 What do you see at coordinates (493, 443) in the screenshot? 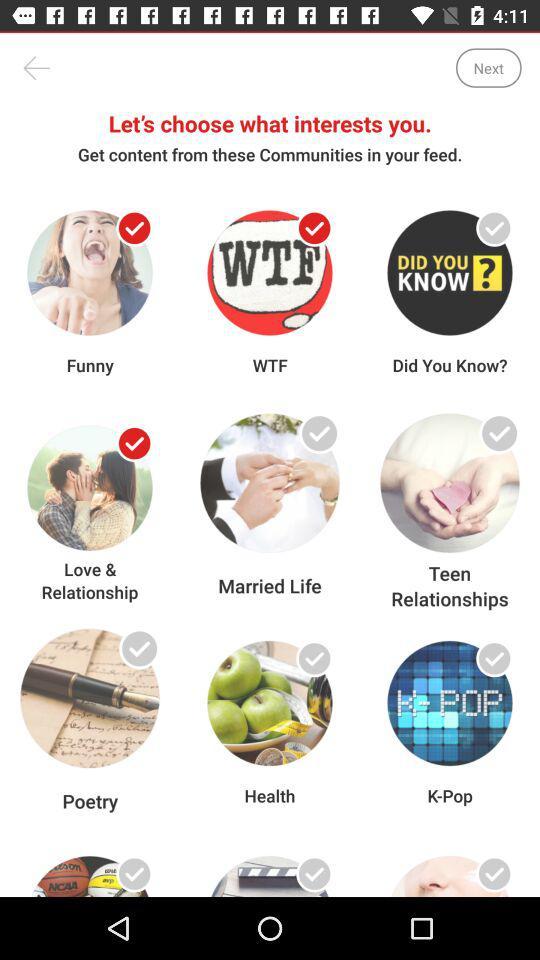
I see `to favorites` at bounding box center [493, 443].